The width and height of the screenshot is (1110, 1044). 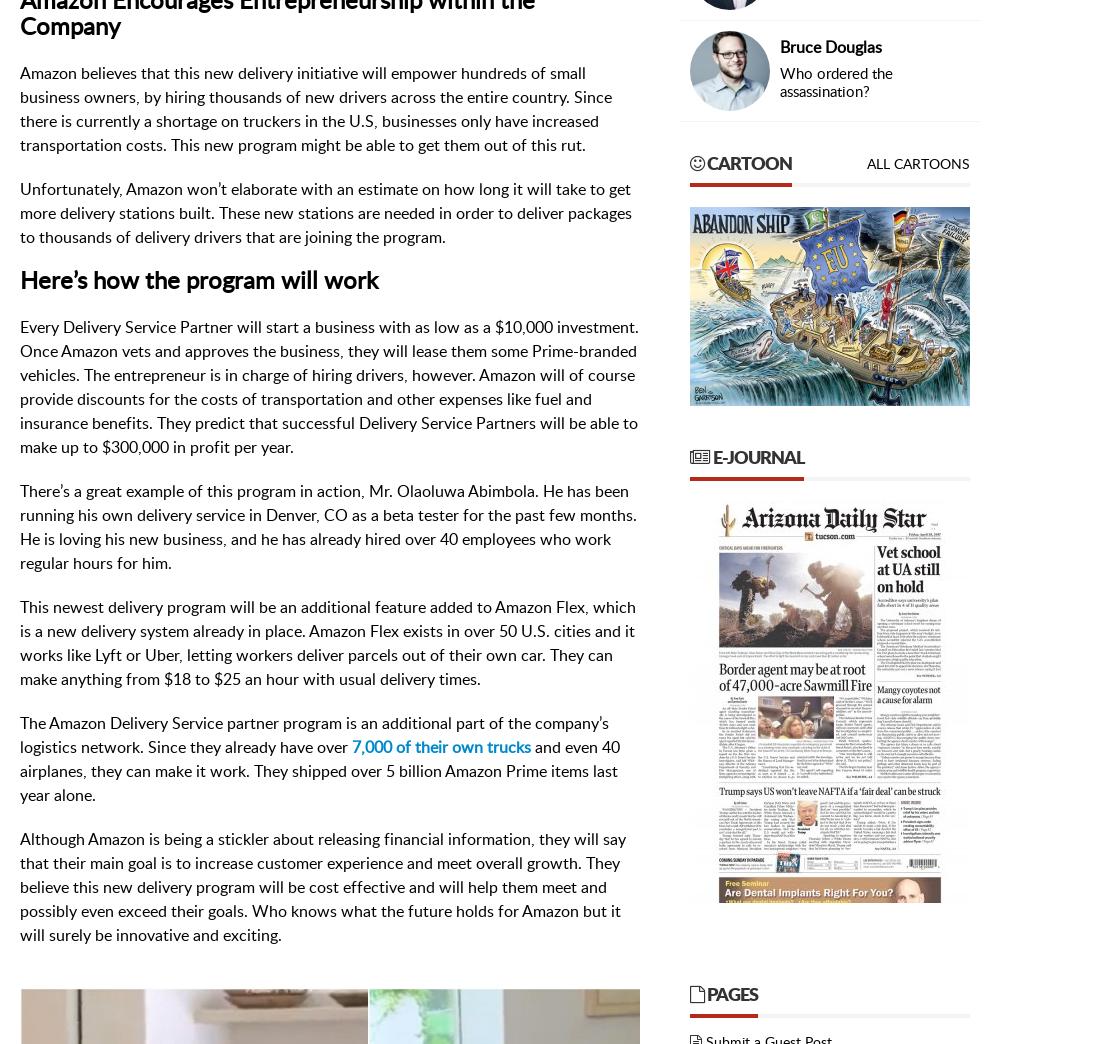 I want to click on 'Bruce Douglas', so click(x=830, y=47).